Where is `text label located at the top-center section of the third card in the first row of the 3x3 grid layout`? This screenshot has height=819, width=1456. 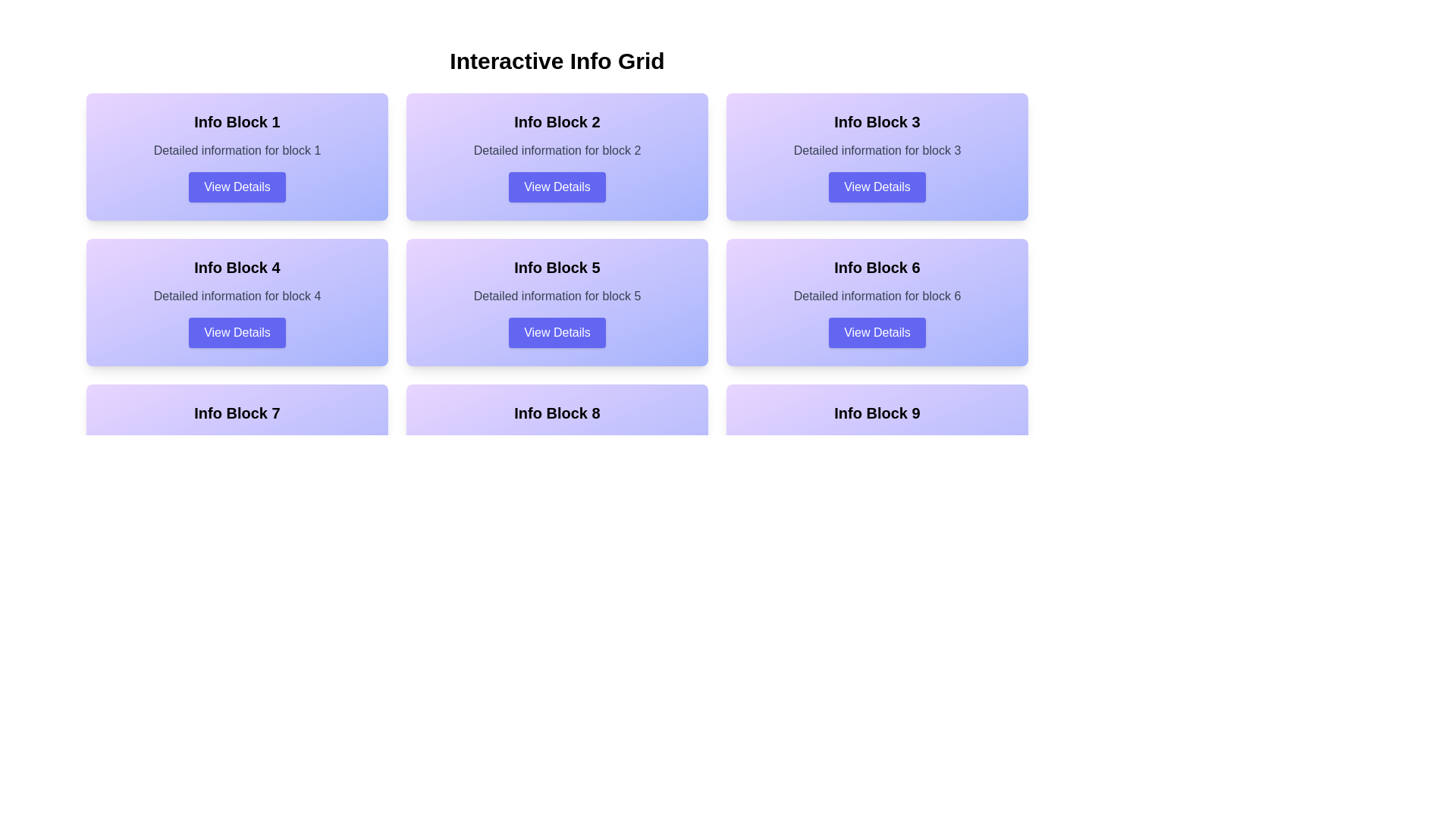
text label located at the top-center section of the third card in the first row of the 3x3 grid layout is located at coordinates (877, 121).